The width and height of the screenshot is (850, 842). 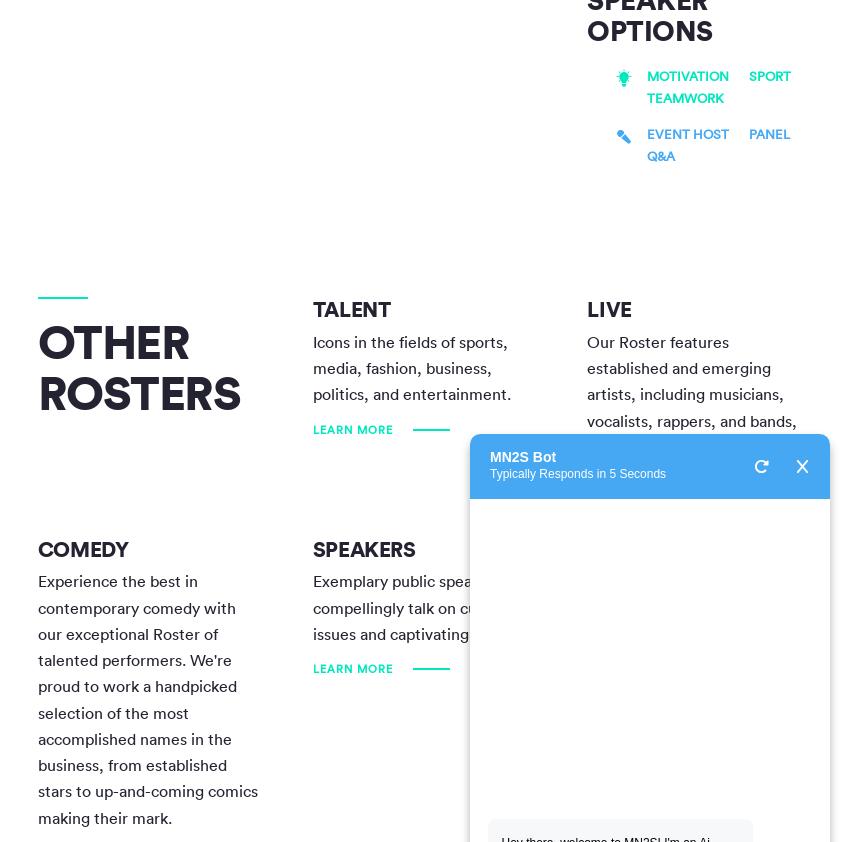 What do you see at coordinates (690, 407) in the screenshot?
I see `'Our Roster features established and emerging artists, including musicians, vocalists, rappers, and bands, covering a wide range of genres and styles.'` at bounding box center [690, 407].